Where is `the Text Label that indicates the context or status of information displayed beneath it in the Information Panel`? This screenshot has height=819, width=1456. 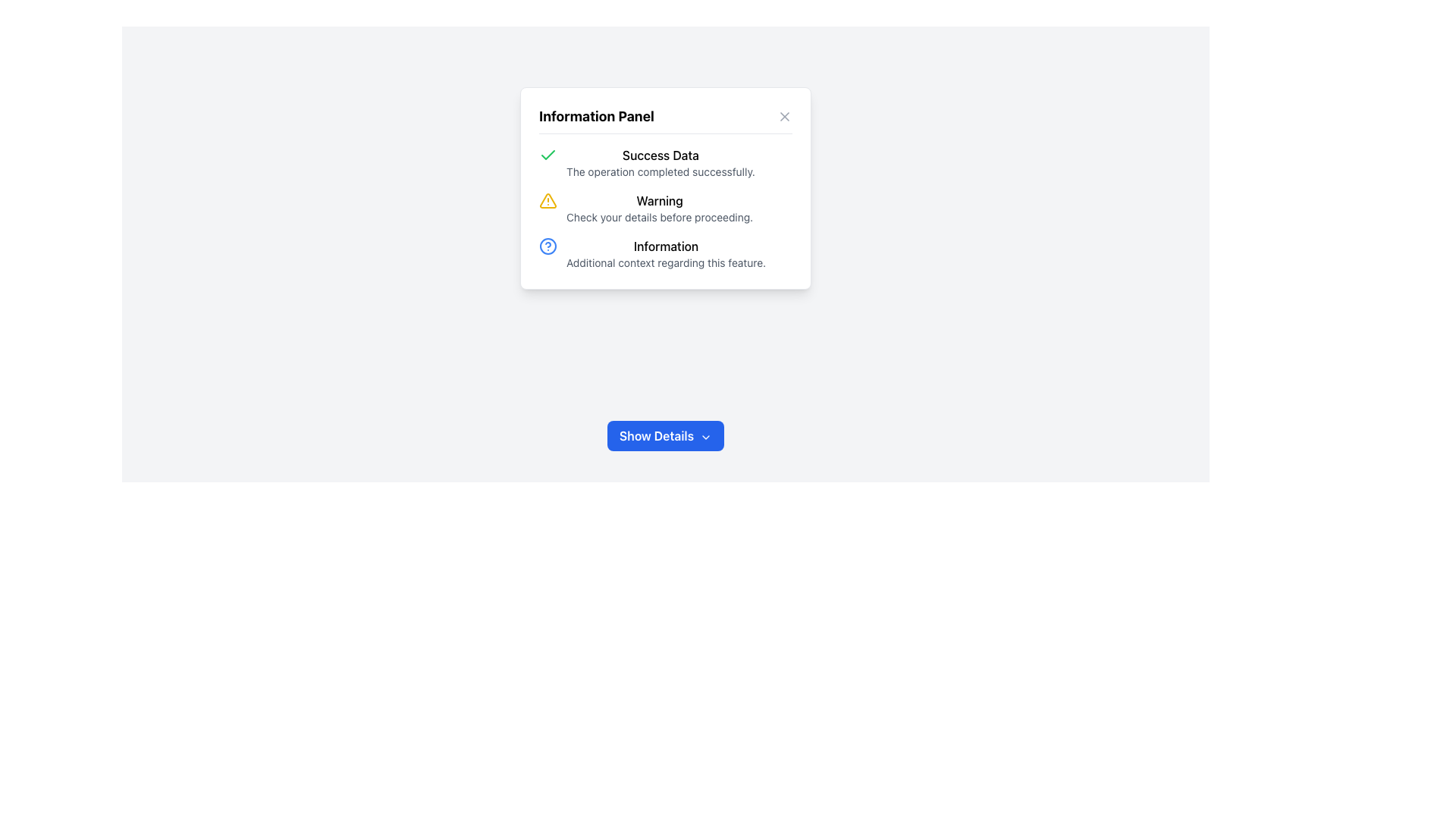
the Text Label that indicates the context or status of information displayed beneath it in the Information Panel is located at coordinates (661, 155).